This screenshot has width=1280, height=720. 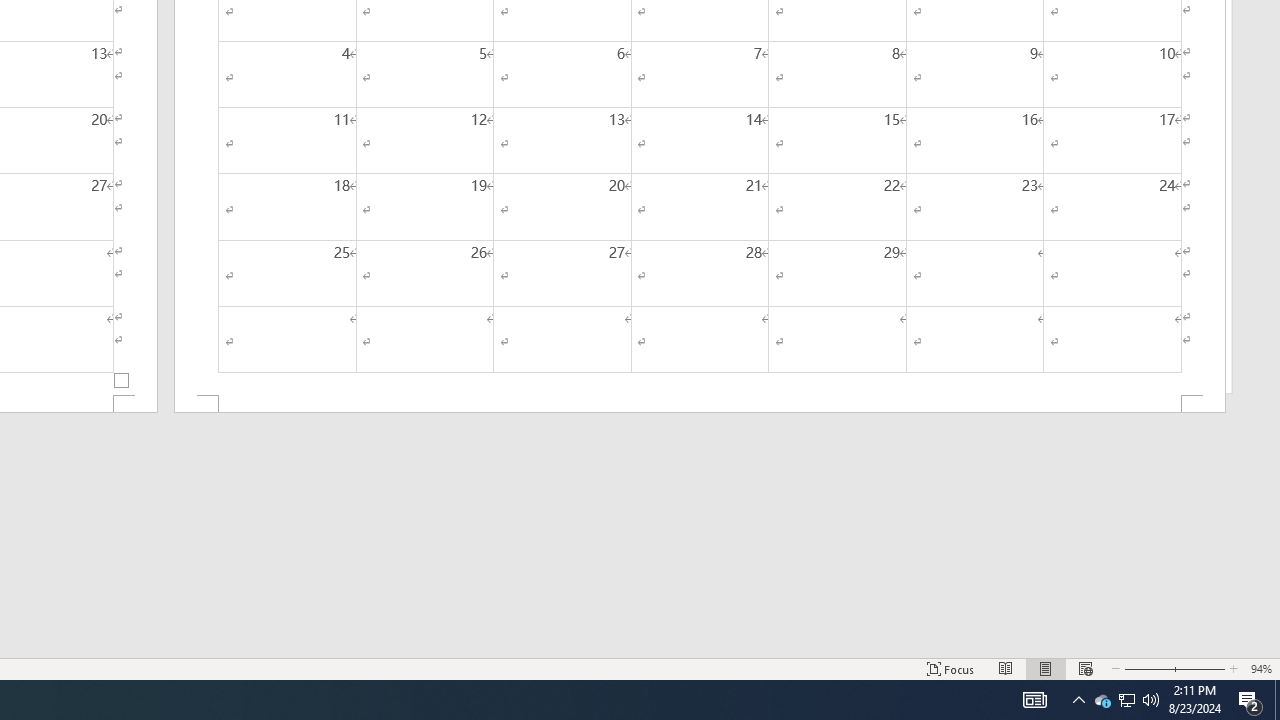 I want to click on 'Footer -Section 2-', so click(x=700, y=404).